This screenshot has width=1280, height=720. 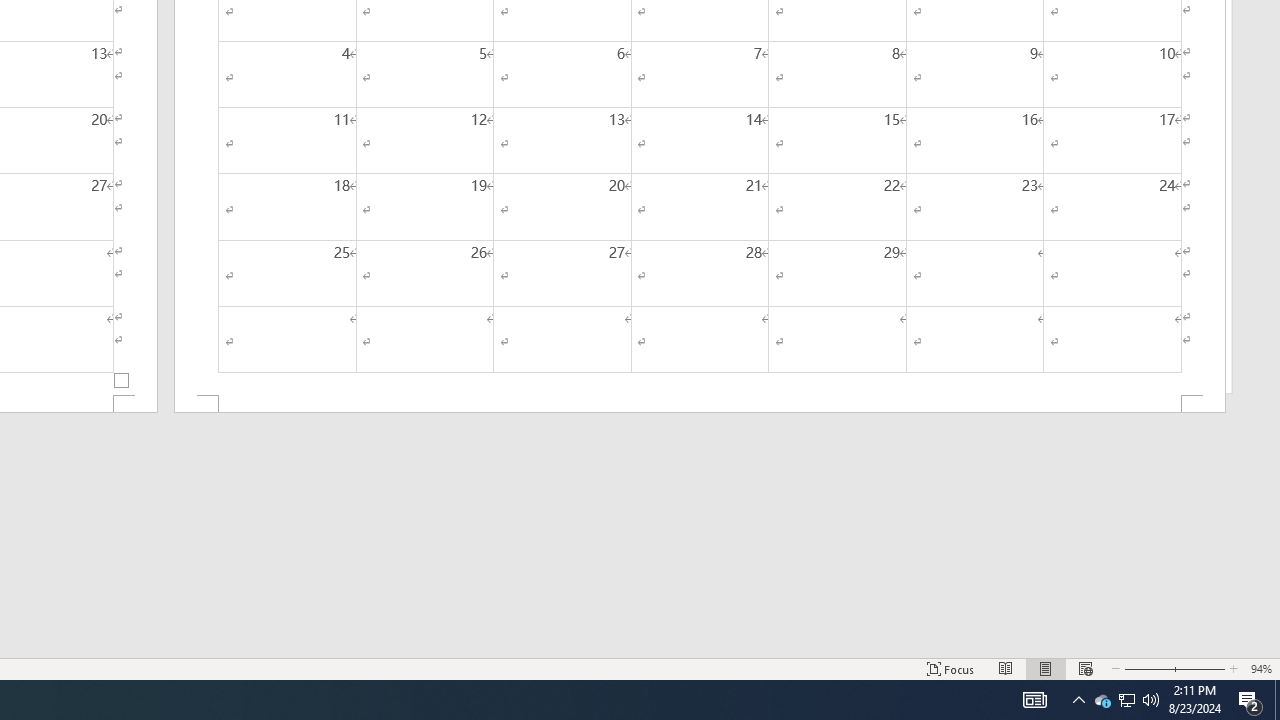 I want to click on 'Footer -Section 2-', so click(x=700, y=404).